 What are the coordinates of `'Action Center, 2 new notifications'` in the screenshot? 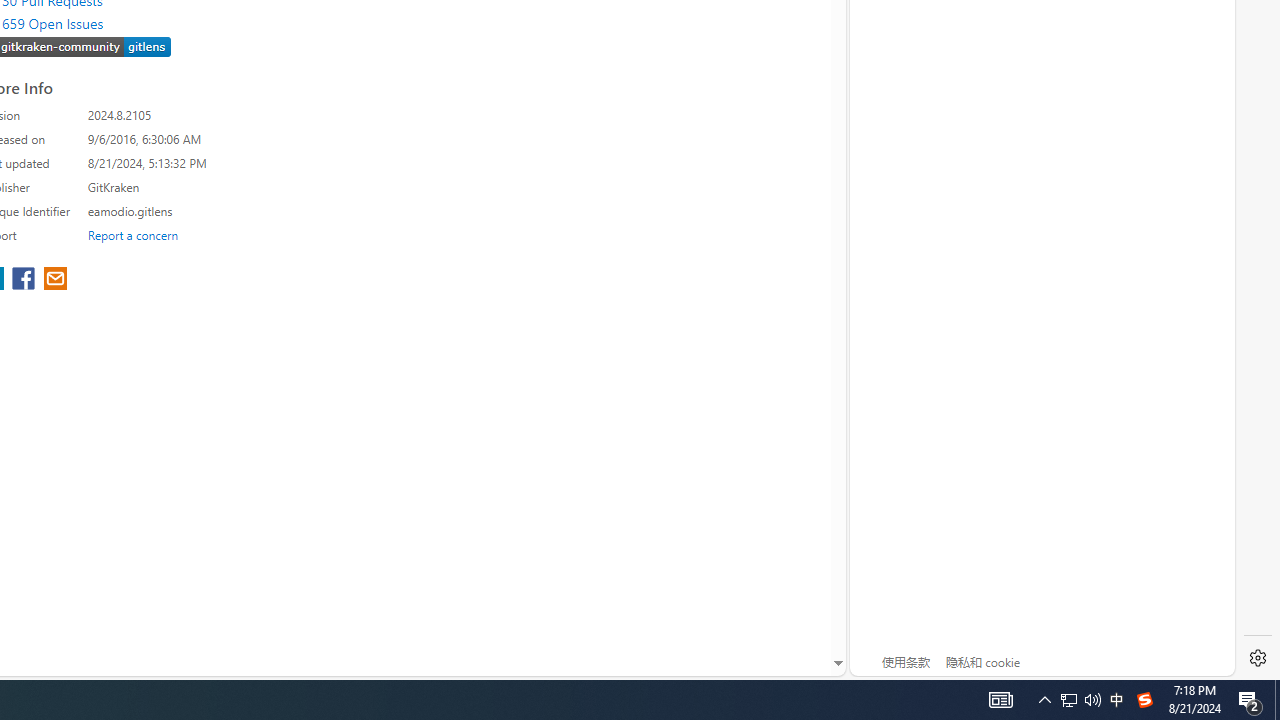 It's located at (1276, 698).